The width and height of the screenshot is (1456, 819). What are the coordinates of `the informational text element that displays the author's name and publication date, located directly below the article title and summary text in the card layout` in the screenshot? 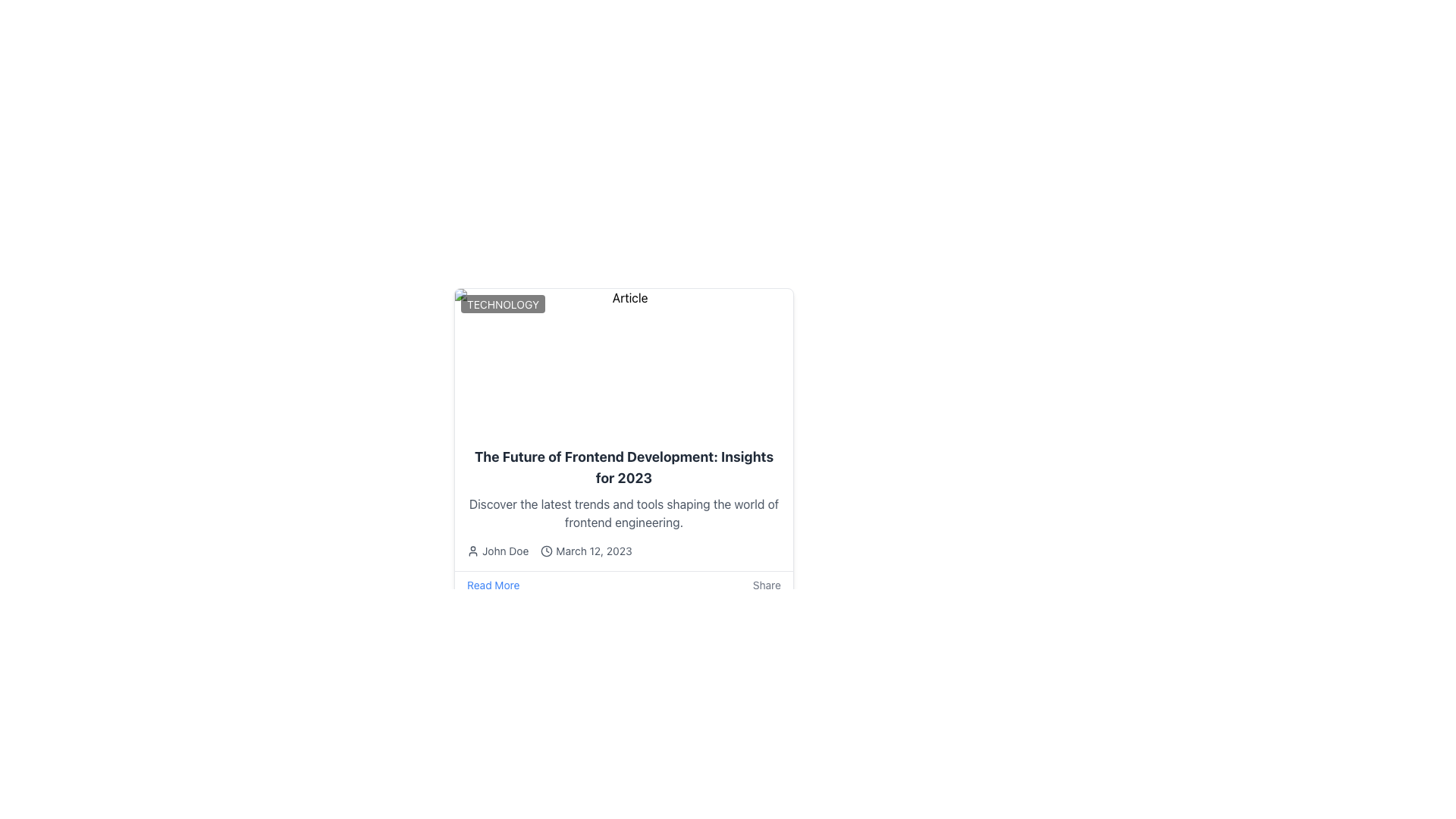 It's located at (623, 551).